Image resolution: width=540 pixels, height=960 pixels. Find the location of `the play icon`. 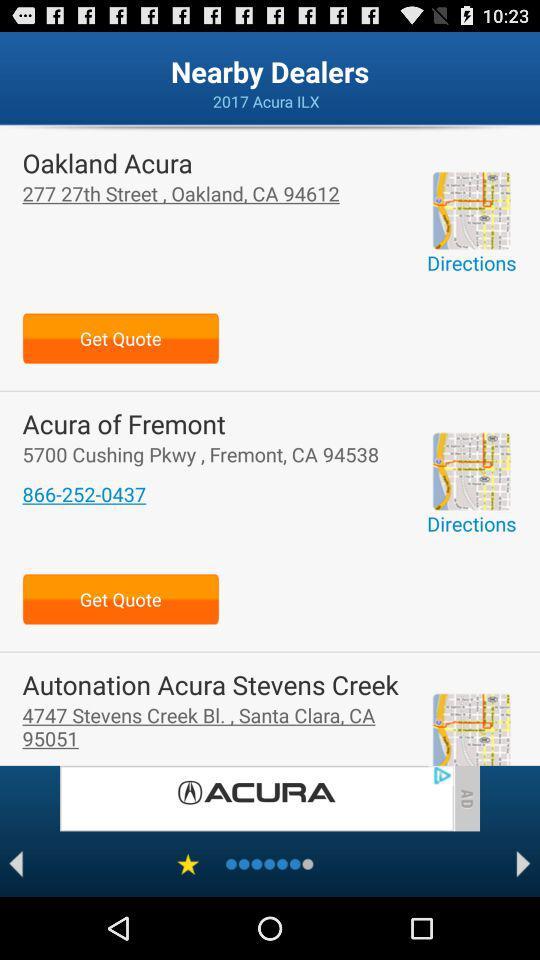

the play icon is located at coordinates (523, 924).